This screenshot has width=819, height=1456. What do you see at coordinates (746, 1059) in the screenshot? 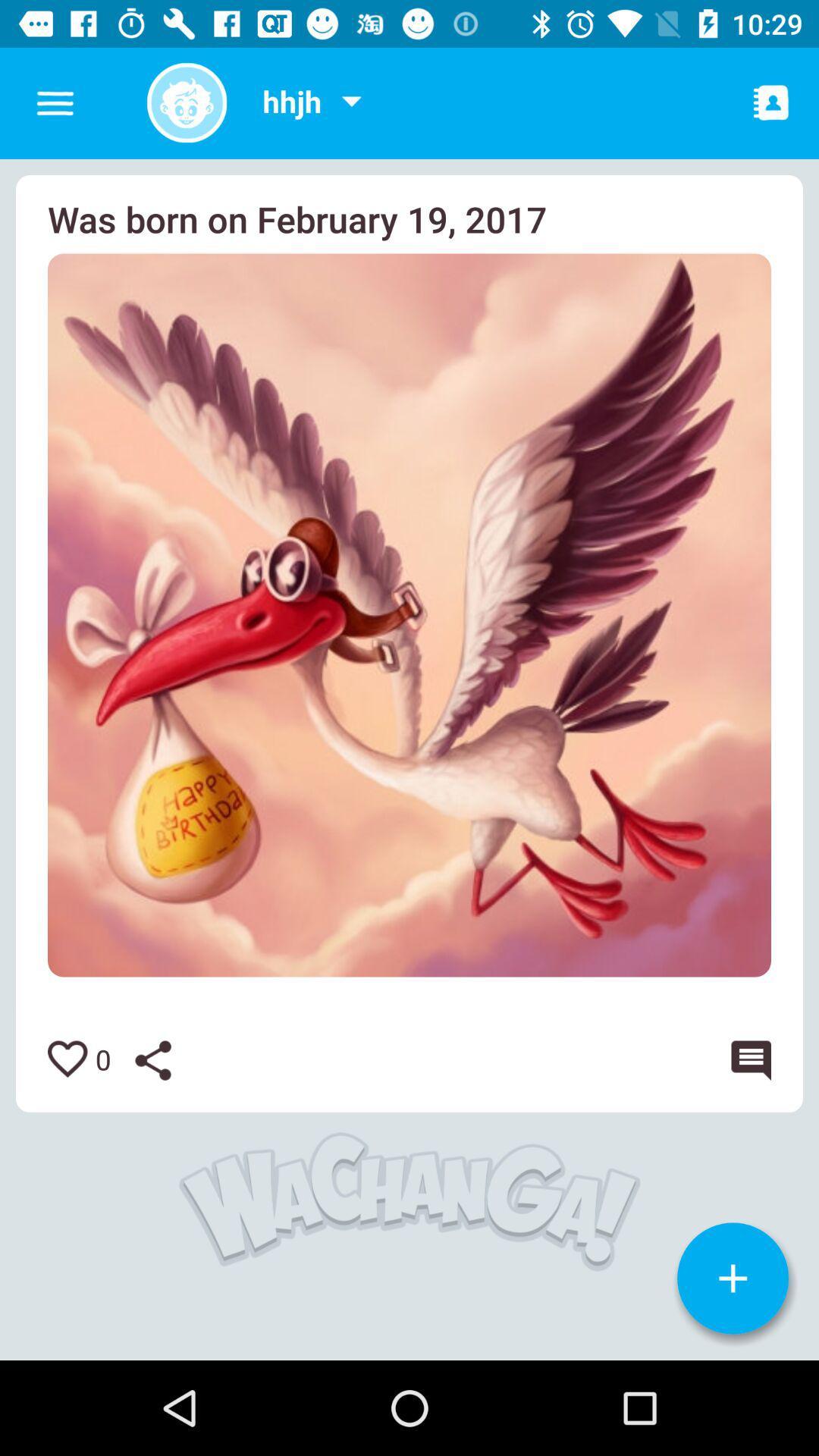
I see `or leave comment` at bounding box center [746, 1059].